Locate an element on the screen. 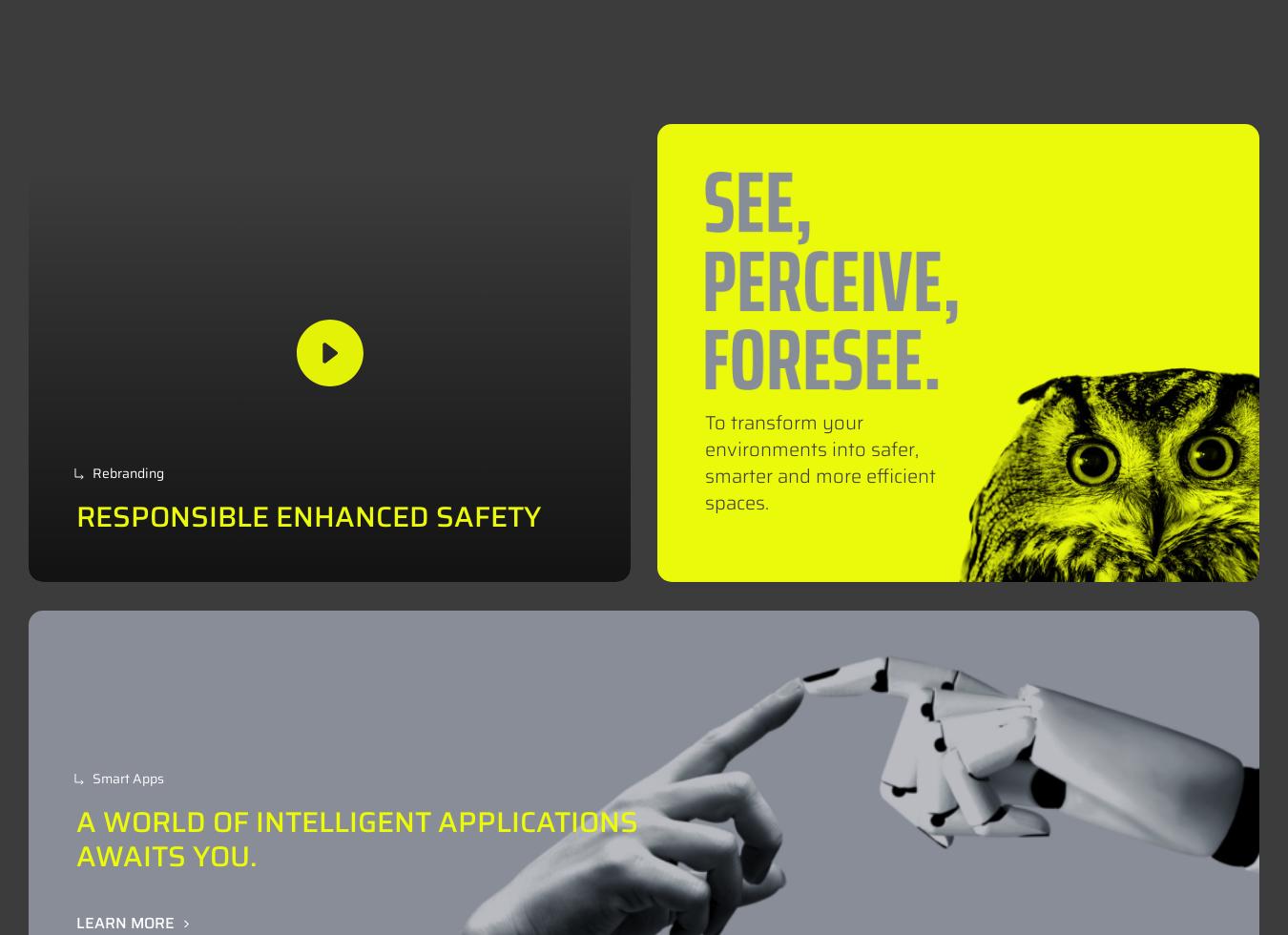  '18.10.2023' is located at coordinates (449, 818).